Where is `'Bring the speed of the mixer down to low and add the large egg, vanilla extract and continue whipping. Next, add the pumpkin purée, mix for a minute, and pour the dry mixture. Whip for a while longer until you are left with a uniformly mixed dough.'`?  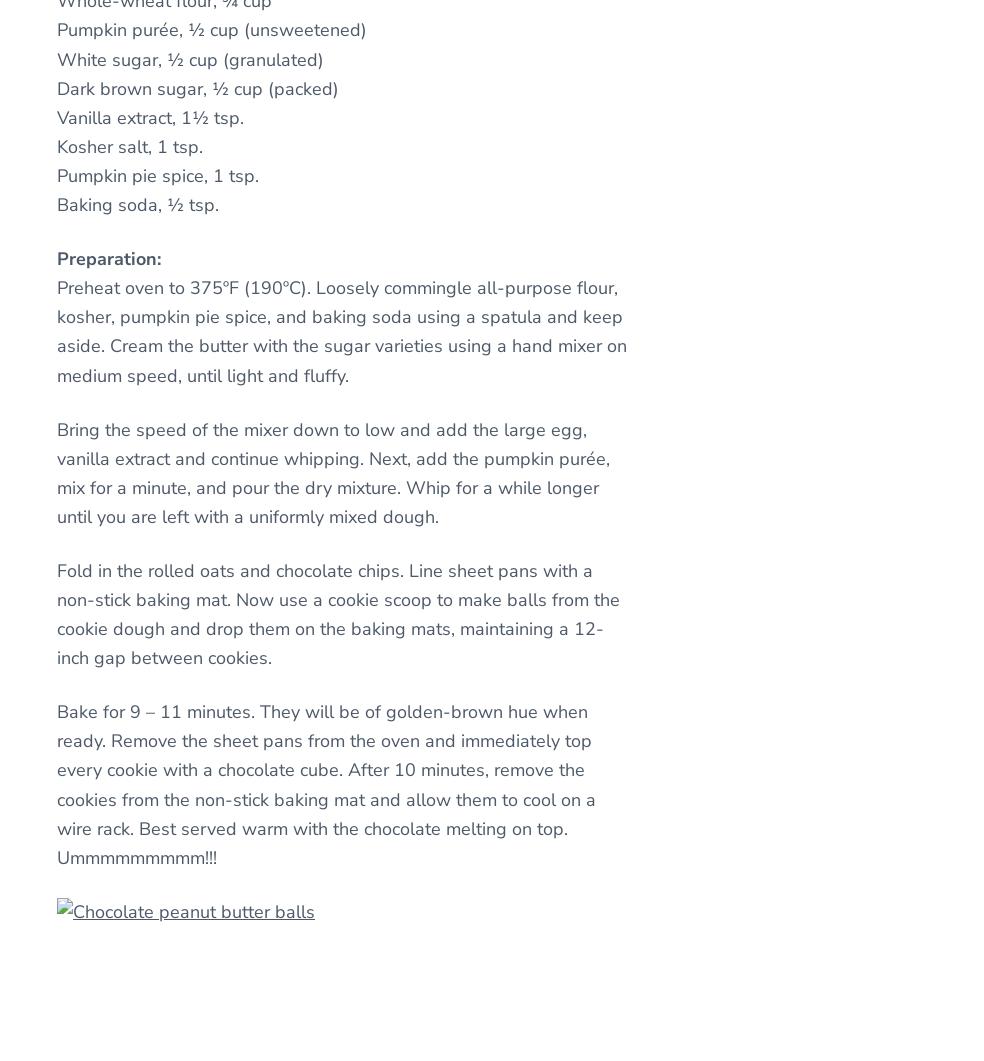
'Bring the speed of the mixer down to low and add the large egg, vanilla extract and continue whipping. Next, add the pumpkin purée, mix for a minute, and pour the dry mixture. Whip for a while longer until you are left with a uniformly mixed dough.' is located at coordinates (332, 472).